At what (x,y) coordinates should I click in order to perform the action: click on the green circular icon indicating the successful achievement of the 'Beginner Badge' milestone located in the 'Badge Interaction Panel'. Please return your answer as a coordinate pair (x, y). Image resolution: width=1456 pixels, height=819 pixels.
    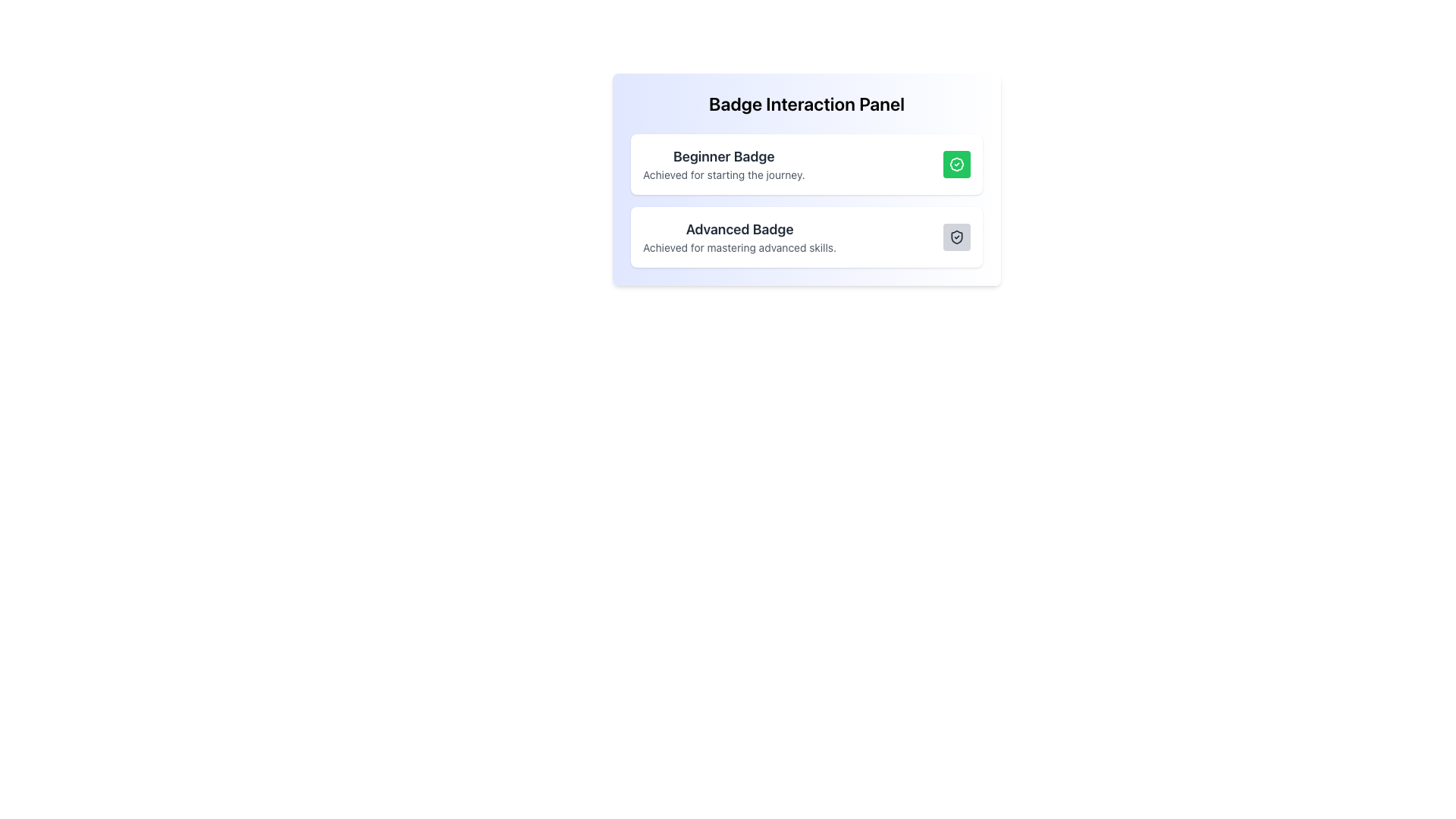
    Looking at the image, I should click on (956, 164).